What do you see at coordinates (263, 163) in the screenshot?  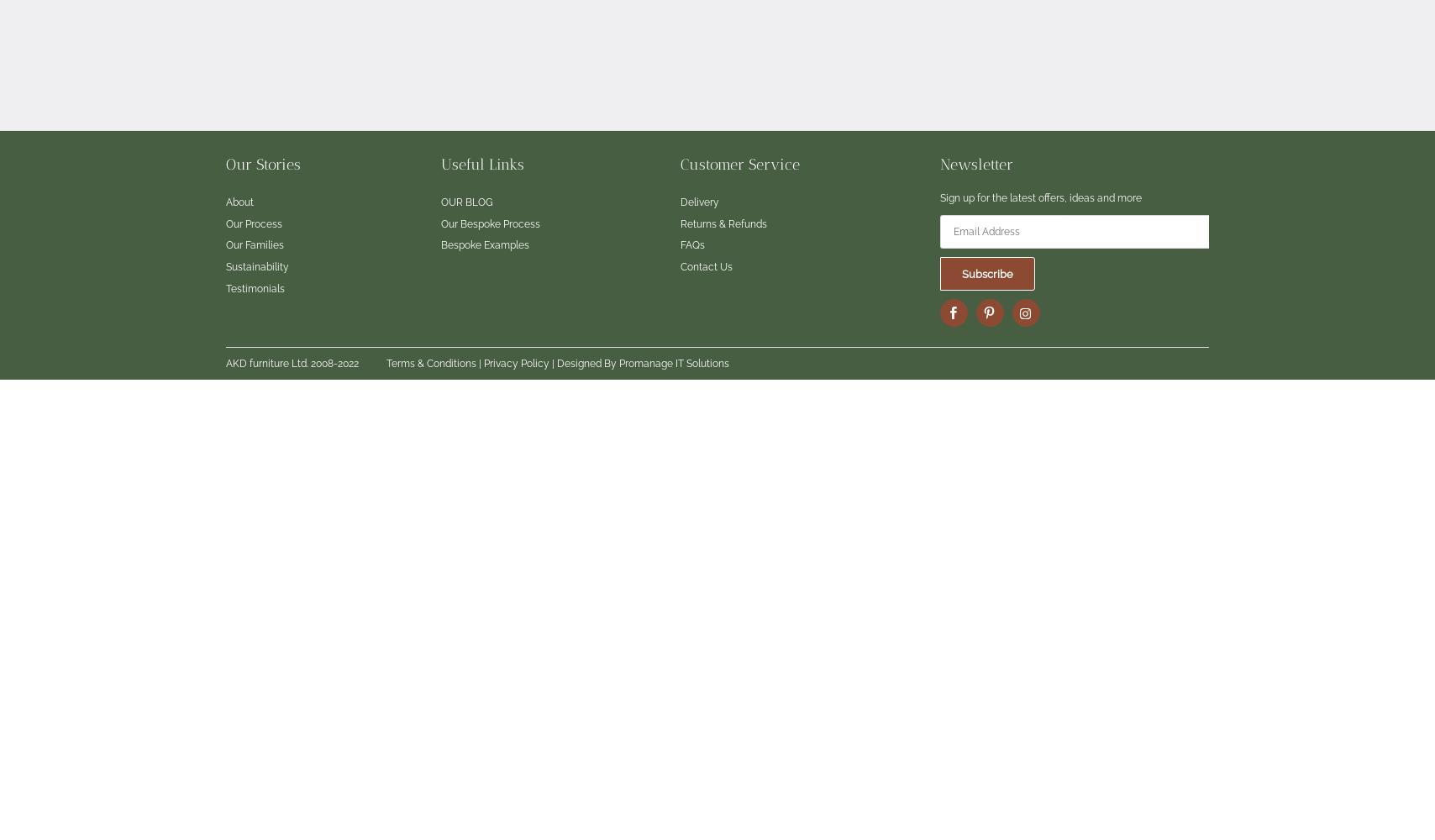 I see `'Our Stories'` at bounding box center [263, 163].